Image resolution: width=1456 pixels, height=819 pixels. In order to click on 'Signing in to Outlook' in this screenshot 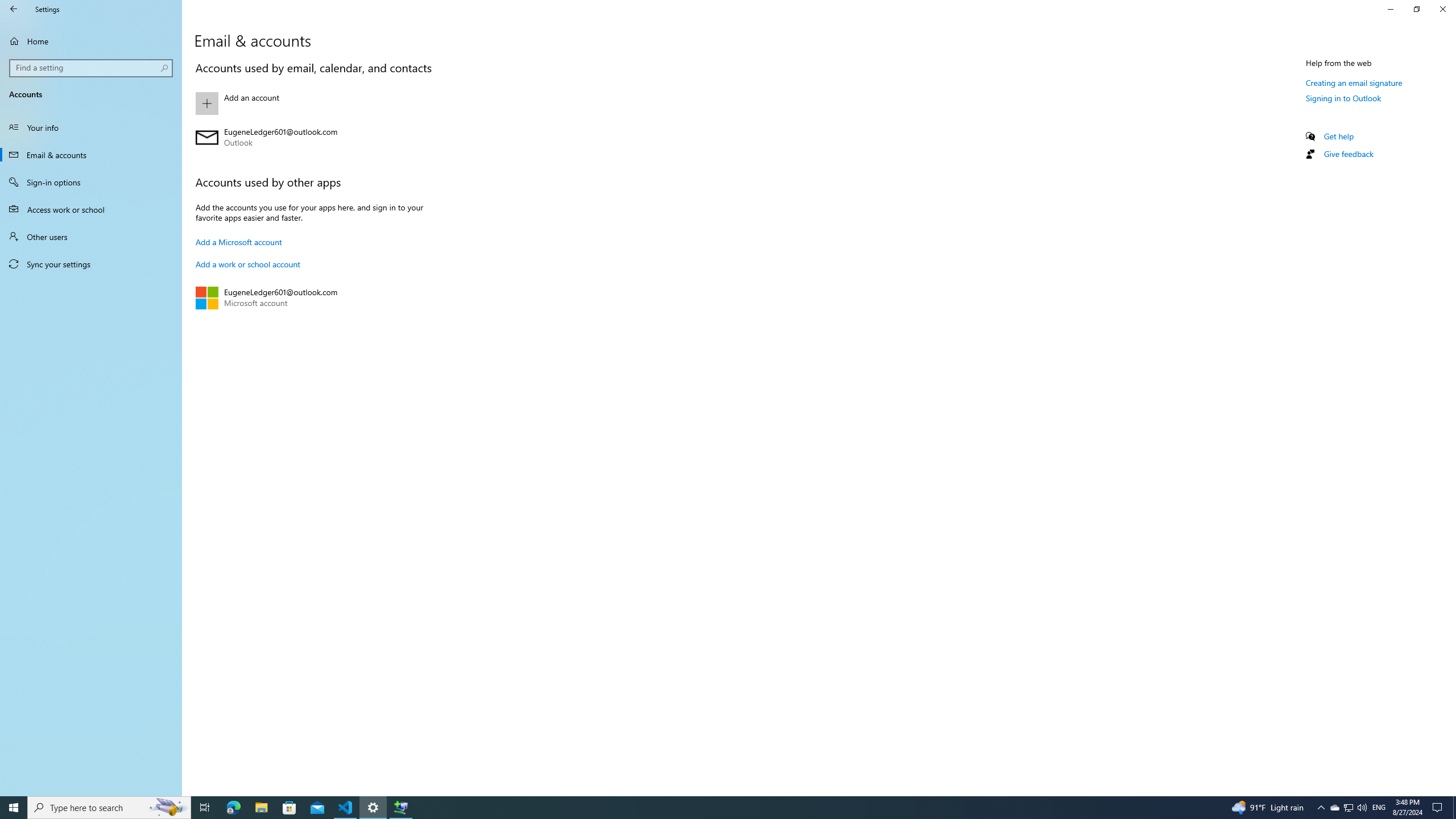, I will do `click(1343, 98)`.